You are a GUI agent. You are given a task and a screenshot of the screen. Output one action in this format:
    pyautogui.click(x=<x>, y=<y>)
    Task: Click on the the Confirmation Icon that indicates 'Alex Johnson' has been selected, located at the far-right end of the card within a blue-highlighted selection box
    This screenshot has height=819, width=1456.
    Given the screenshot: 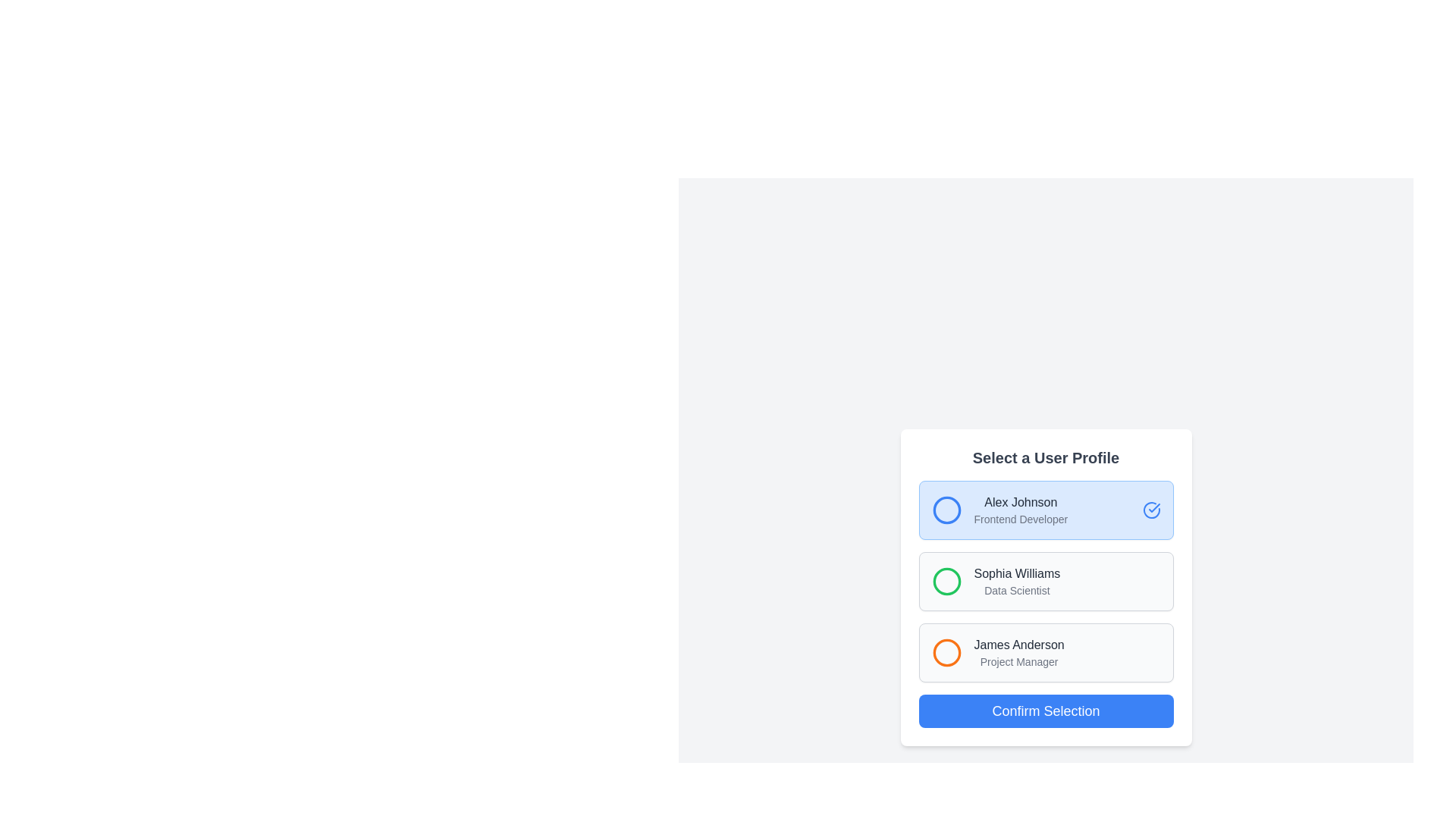 What is the action you would take?
    pyautogui.click(x=1151, y=510)
    